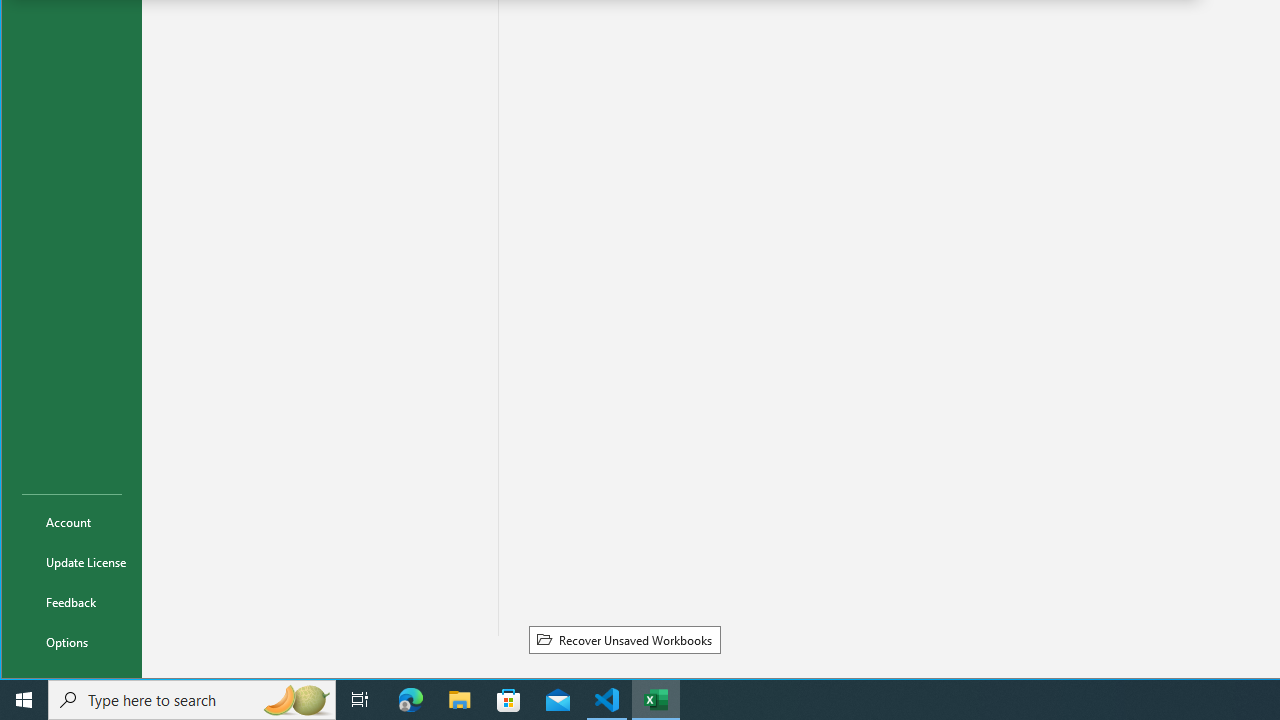 This screenshot has width=1280, height=720. What do you see at coordinates (72, 600) in the screenshot?
I see `'Feedback'` at bounding box center [72, 600].